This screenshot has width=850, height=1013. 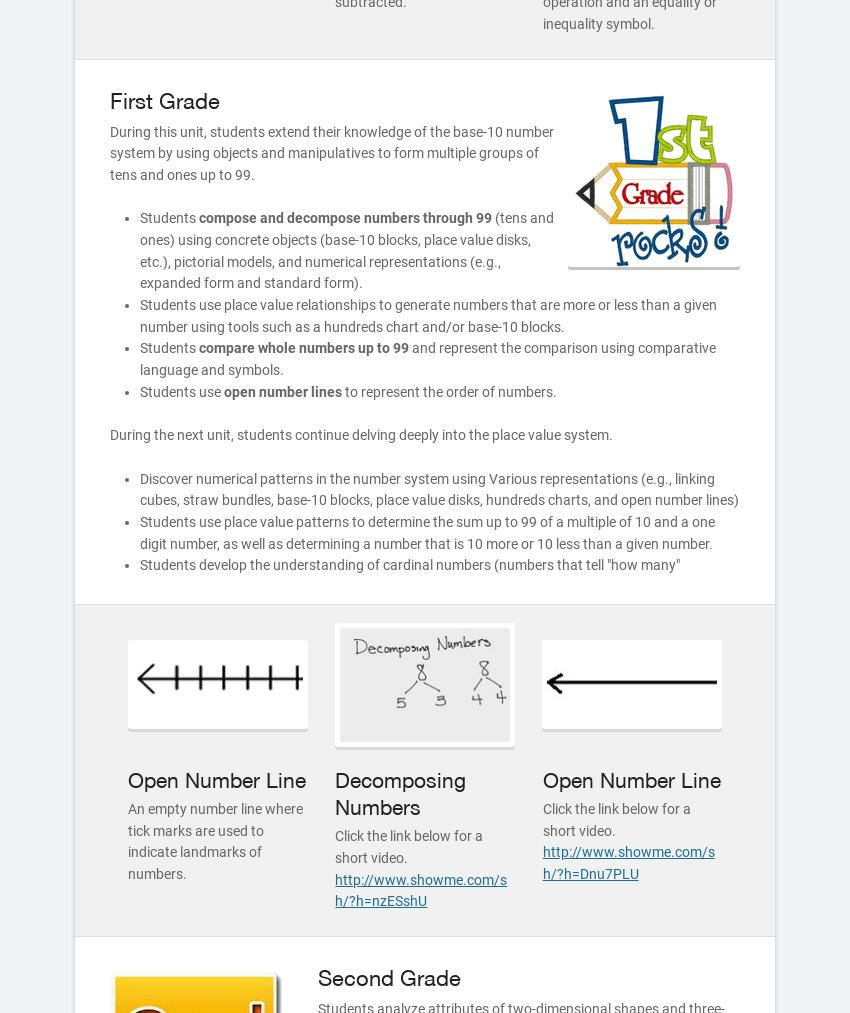 I want to click on 'During this unit, students extend their knowledge of the base-10 number system by using objects and manipulatives to form multiple groups of tens and ones up to 99.', so click(x=332, y=152).